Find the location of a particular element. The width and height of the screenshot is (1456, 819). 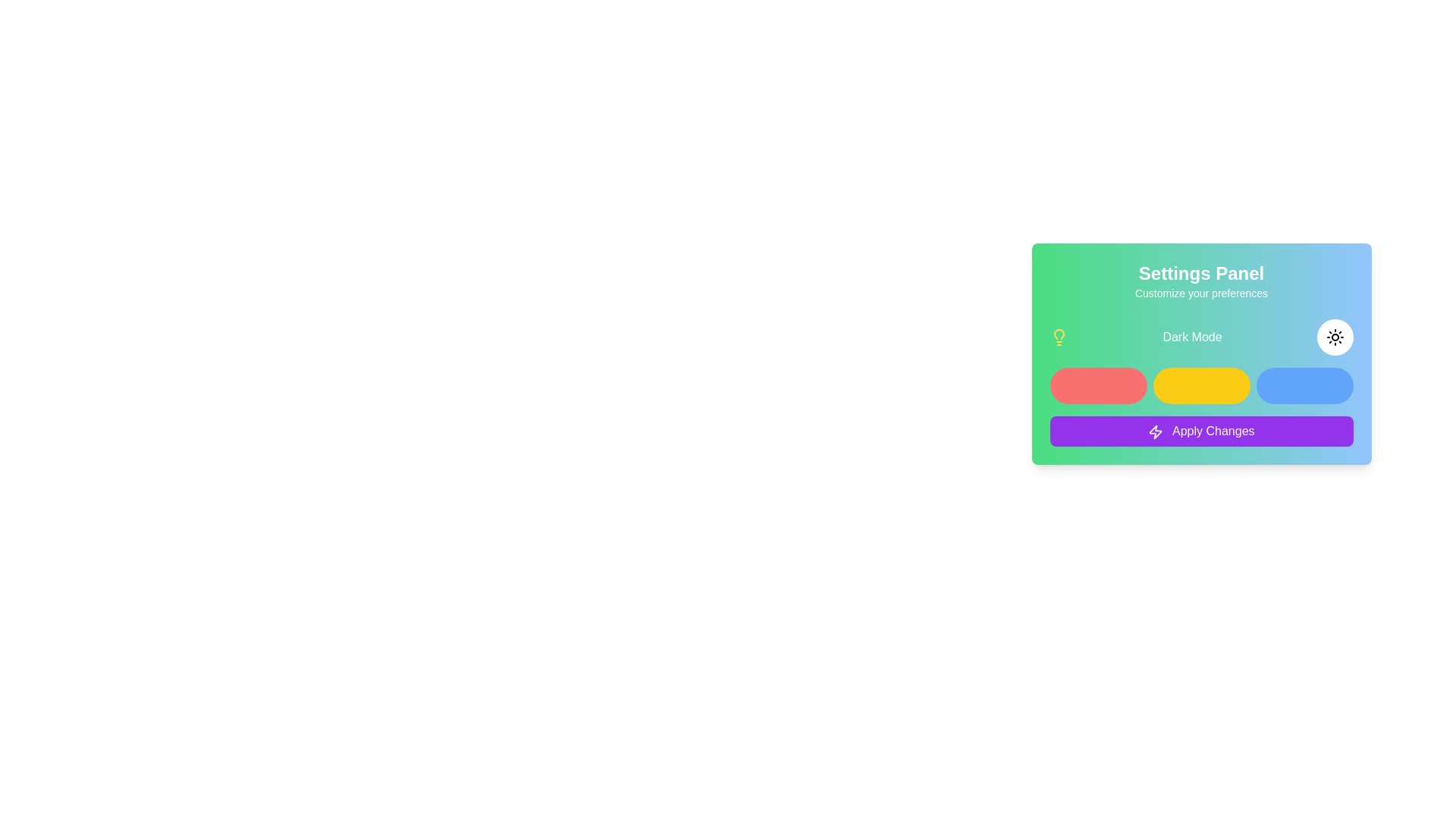

the submit button at the bottom of the Settings Panel to confirm changes made in the settings is located at coordinates (1200, 431).